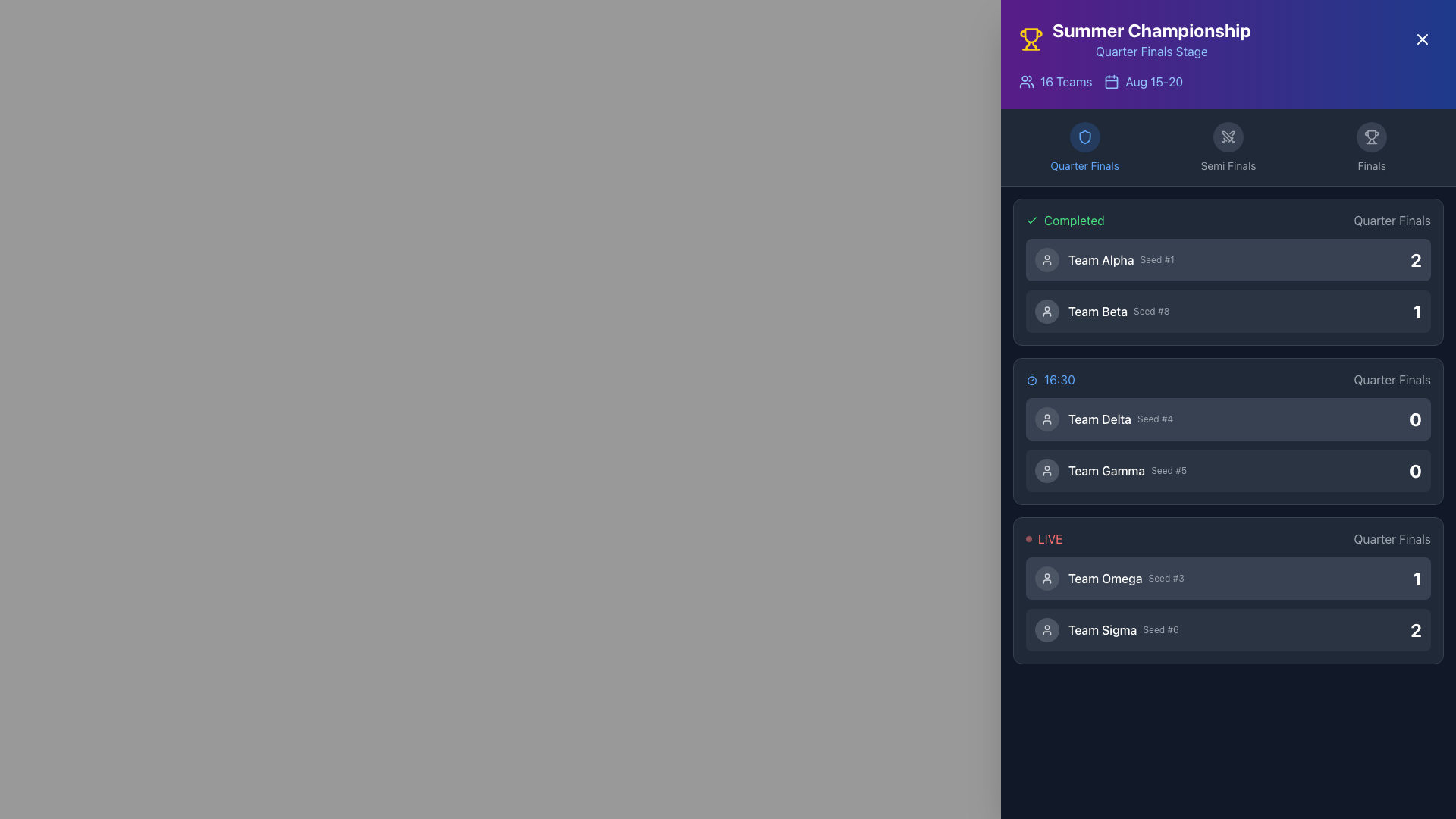 This screenshot has height=819, width=1456. I want to click on text content of the Text Label displaying information about a team and its seeding position in the tournament, located on the right-side panel under the '16:30 Quarter Finals' section, next to the user avatar icon, so click(1128, 470).